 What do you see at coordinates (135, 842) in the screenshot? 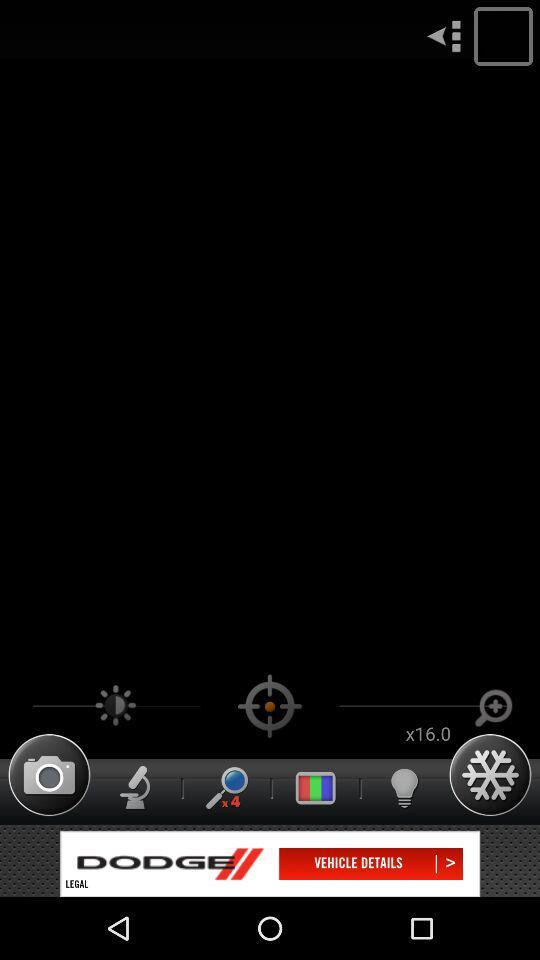
I see `the thumbs_up icon` at bounding box center [135, 842].